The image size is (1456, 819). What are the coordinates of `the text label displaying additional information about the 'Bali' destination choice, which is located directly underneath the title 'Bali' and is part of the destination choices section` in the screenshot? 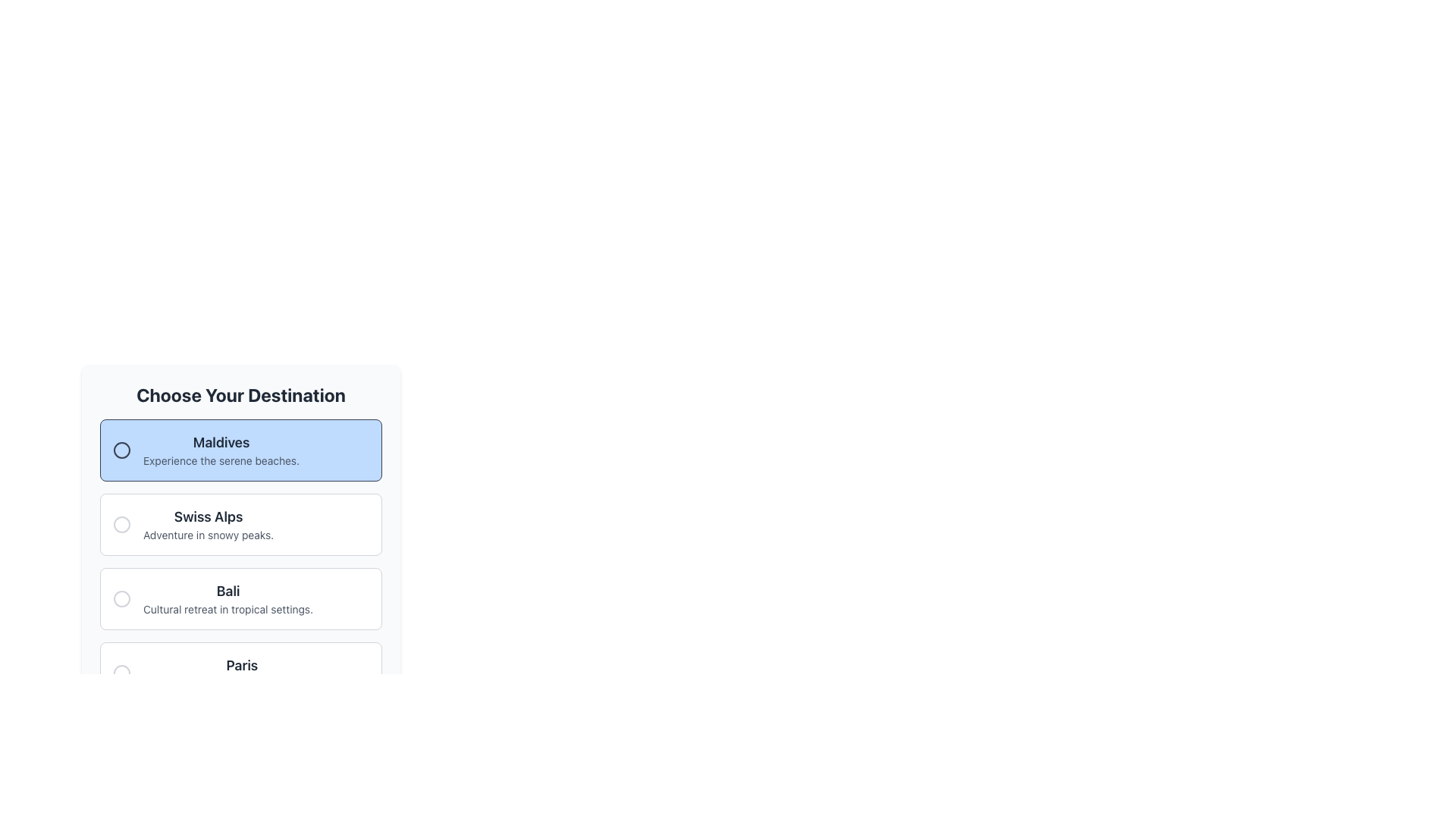 It's located at (227, 608).